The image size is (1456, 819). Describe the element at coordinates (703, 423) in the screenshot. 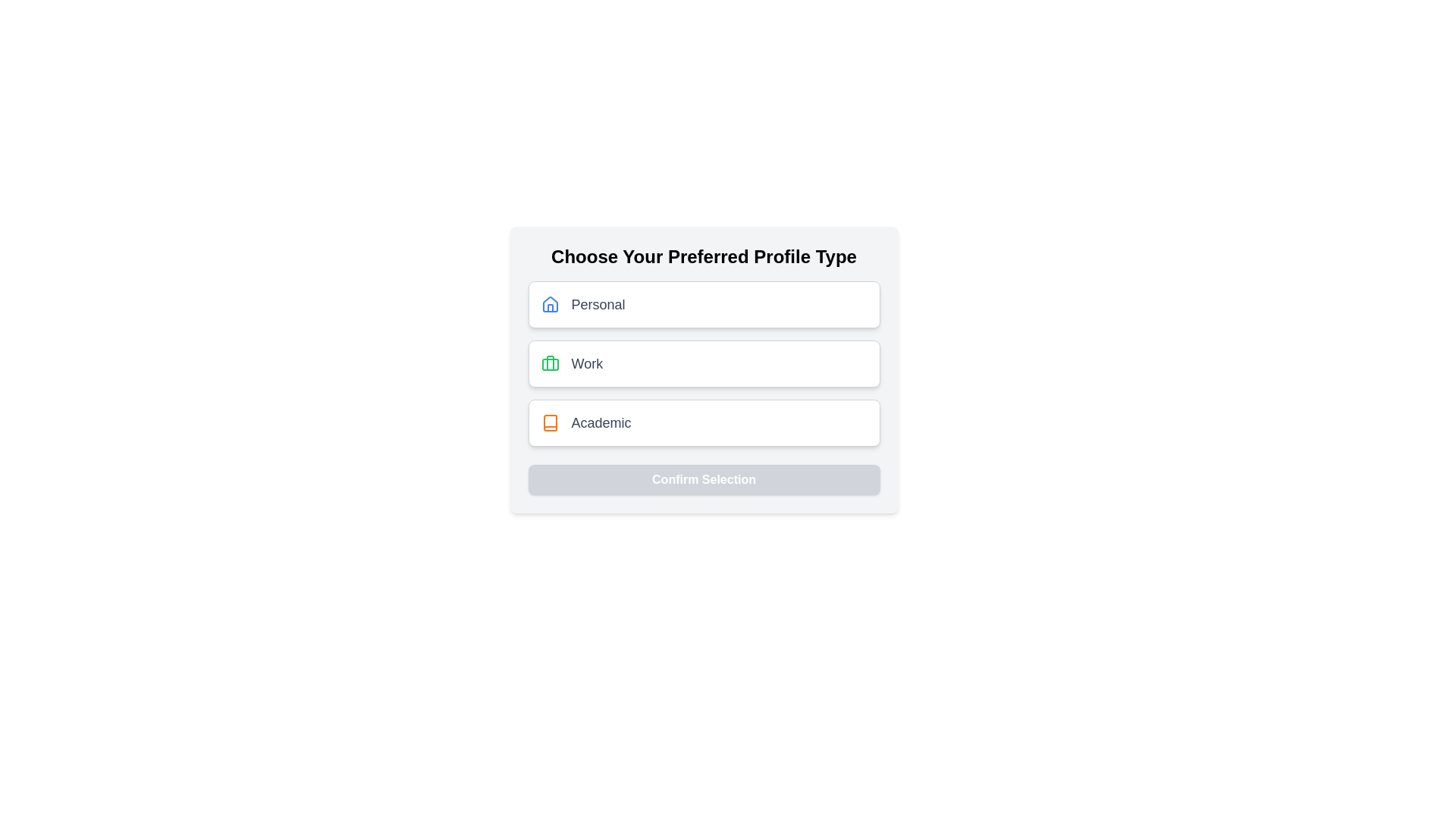

I see `the 'Academic' selectable option` at that location.